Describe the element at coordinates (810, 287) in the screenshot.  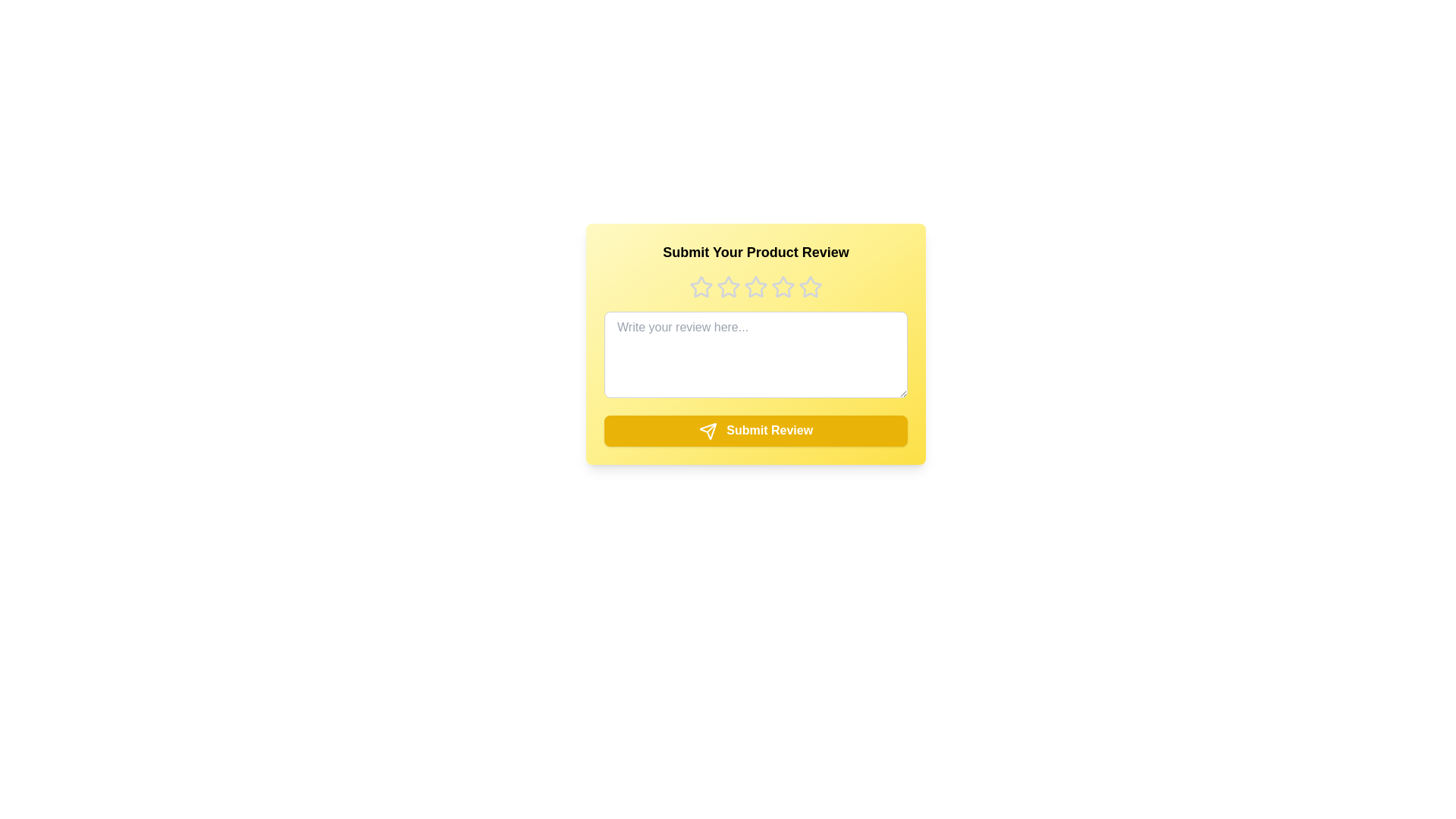
I see `the fifth star icon in the rating component` at that location.